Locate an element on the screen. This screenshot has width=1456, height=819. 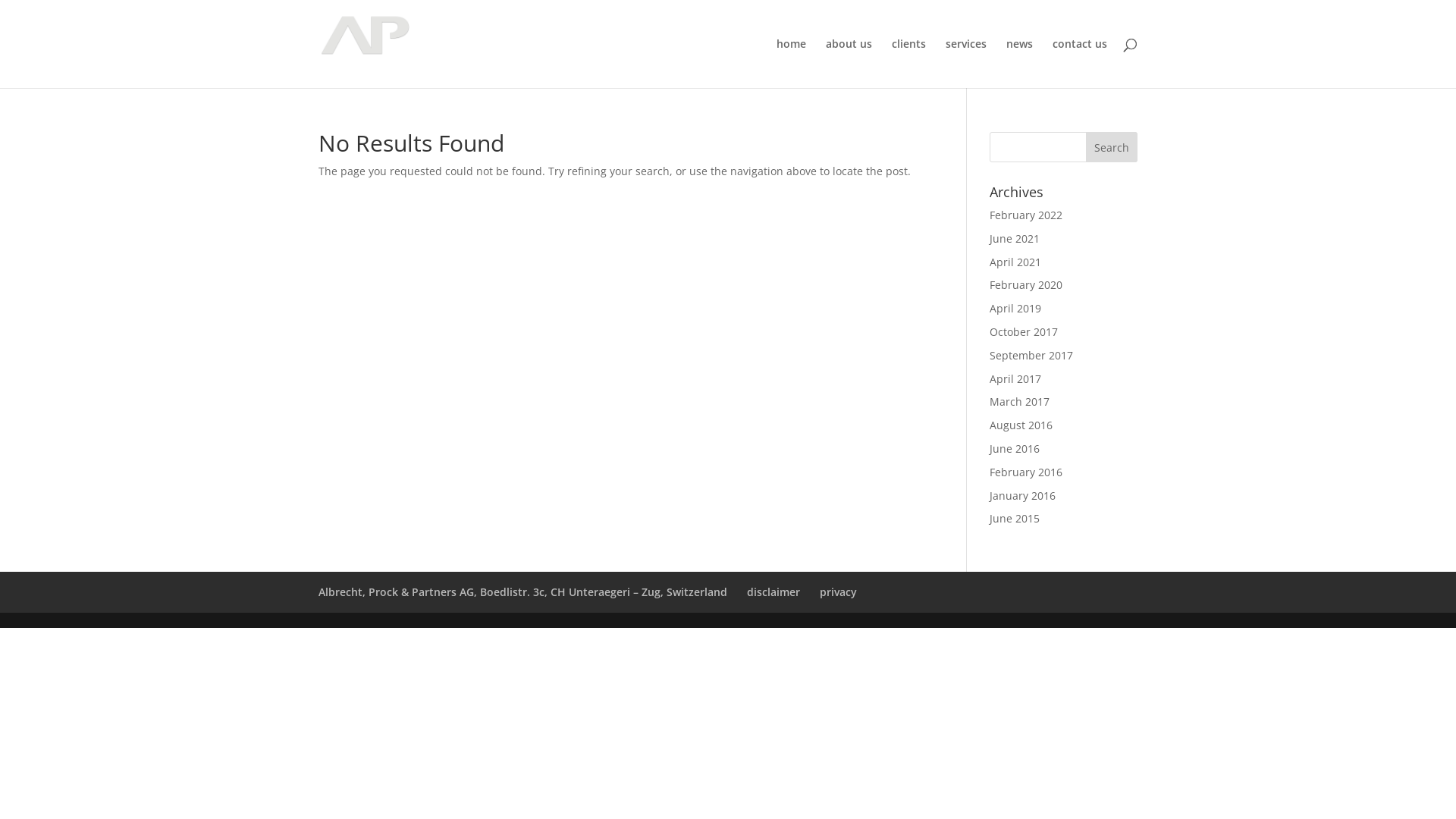
'February 2020' is located at coordinates (990, 284).